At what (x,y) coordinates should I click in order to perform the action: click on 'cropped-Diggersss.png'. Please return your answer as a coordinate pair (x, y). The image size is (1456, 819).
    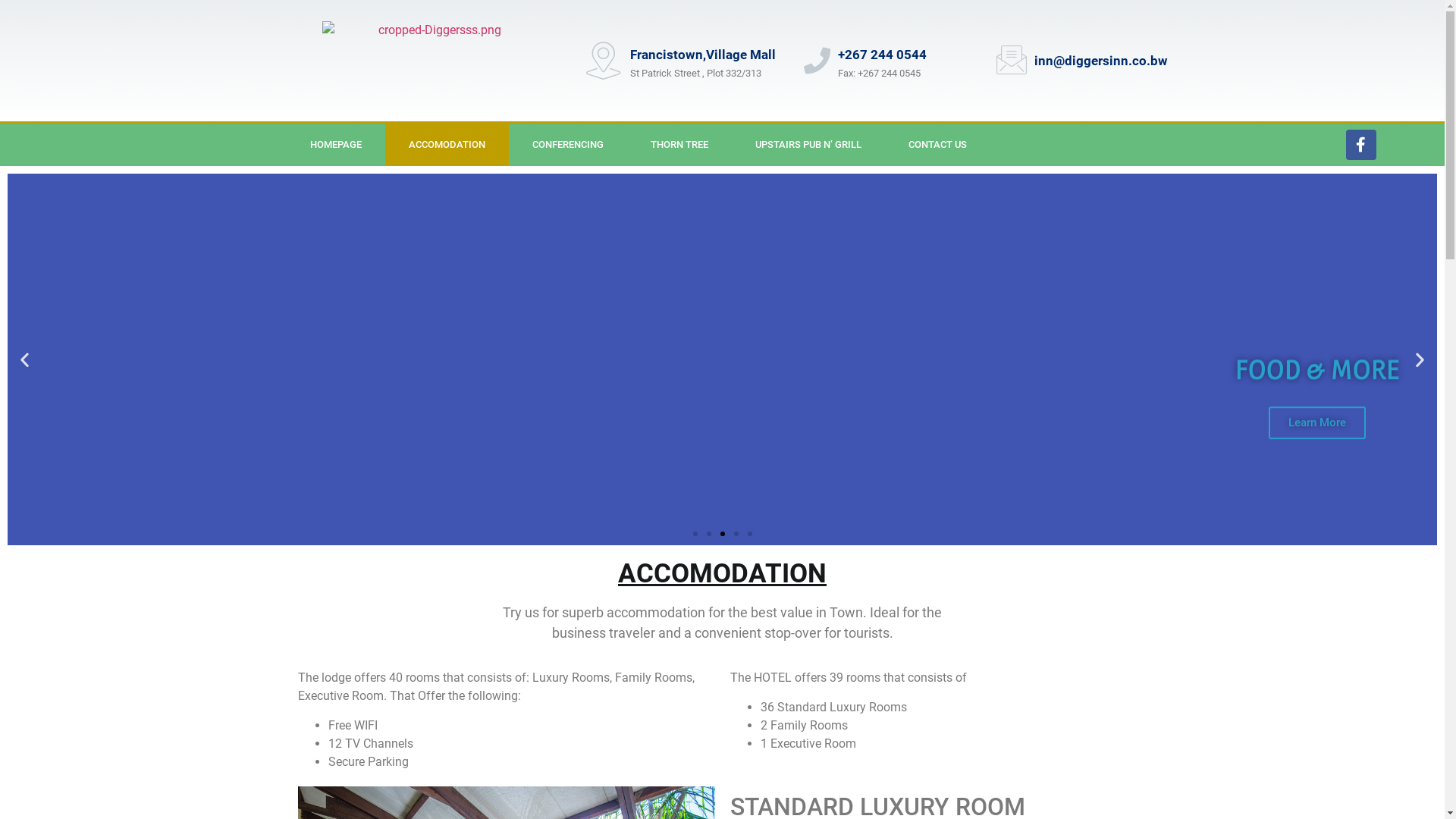
    Looking at the image, I should click on (432, 60).